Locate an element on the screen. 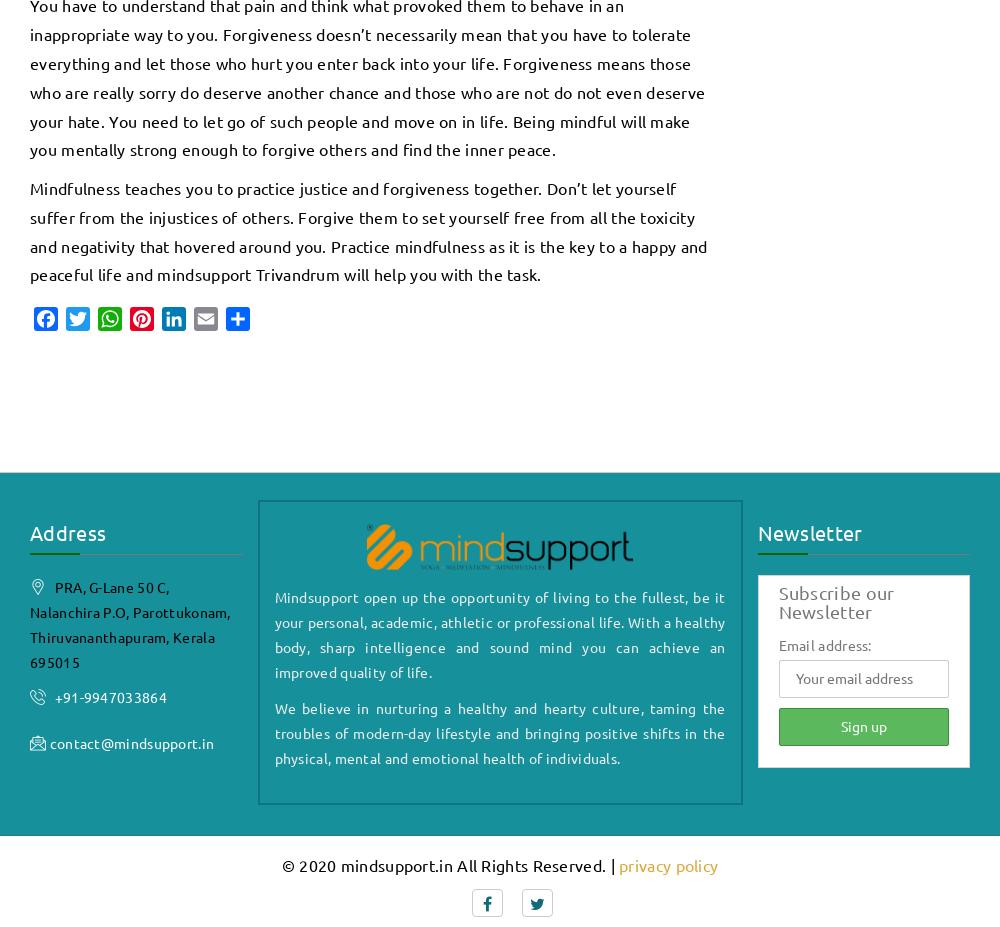  'Email address:' is located at coordinates (823, 644).